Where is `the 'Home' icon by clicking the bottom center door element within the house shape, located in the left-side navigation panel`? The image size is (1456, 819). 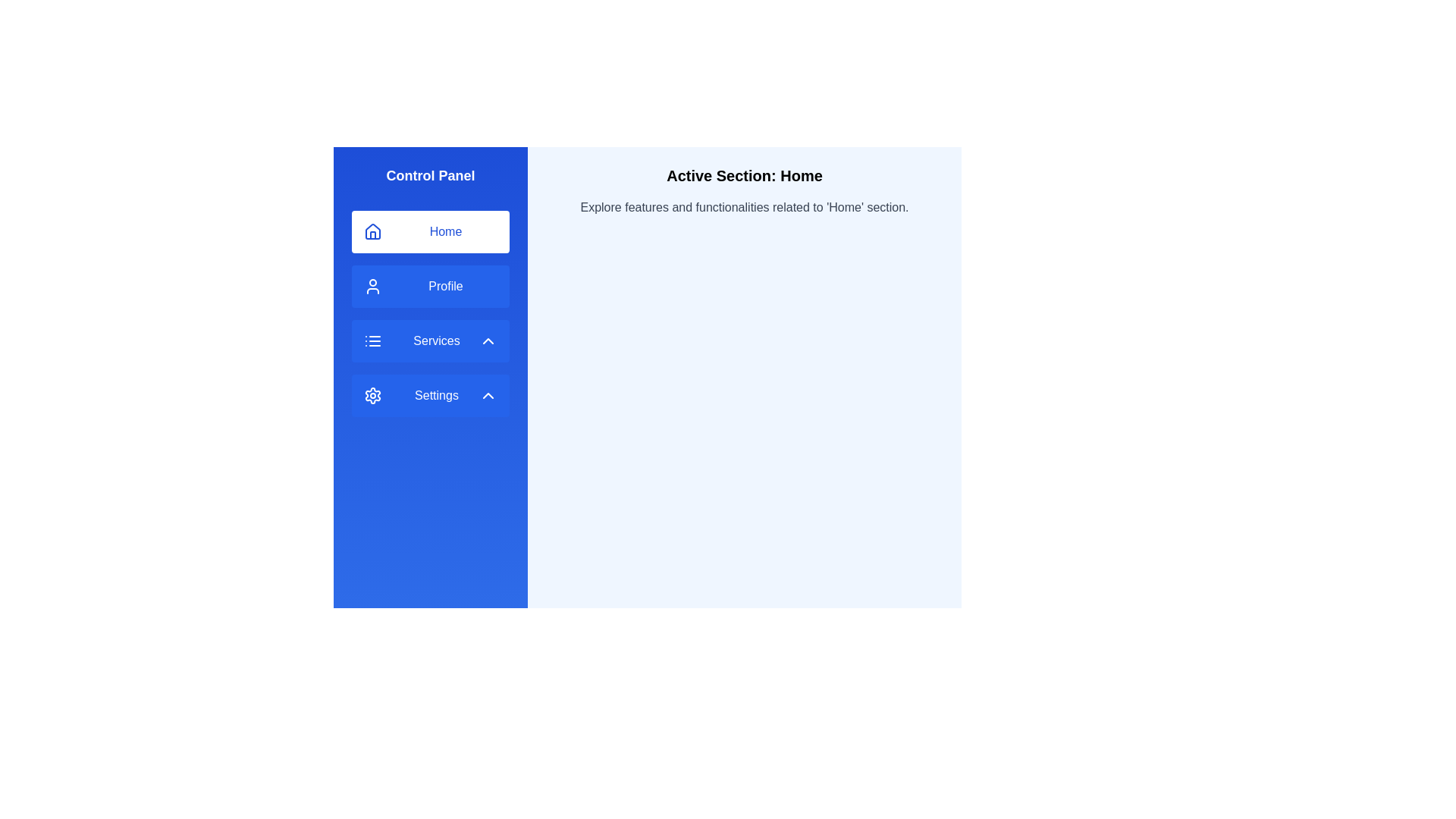 the 'Home' icon by clicking the bottom center door element within the house shape, located in the left-side navigation panel is located at coordinates (372, 235).